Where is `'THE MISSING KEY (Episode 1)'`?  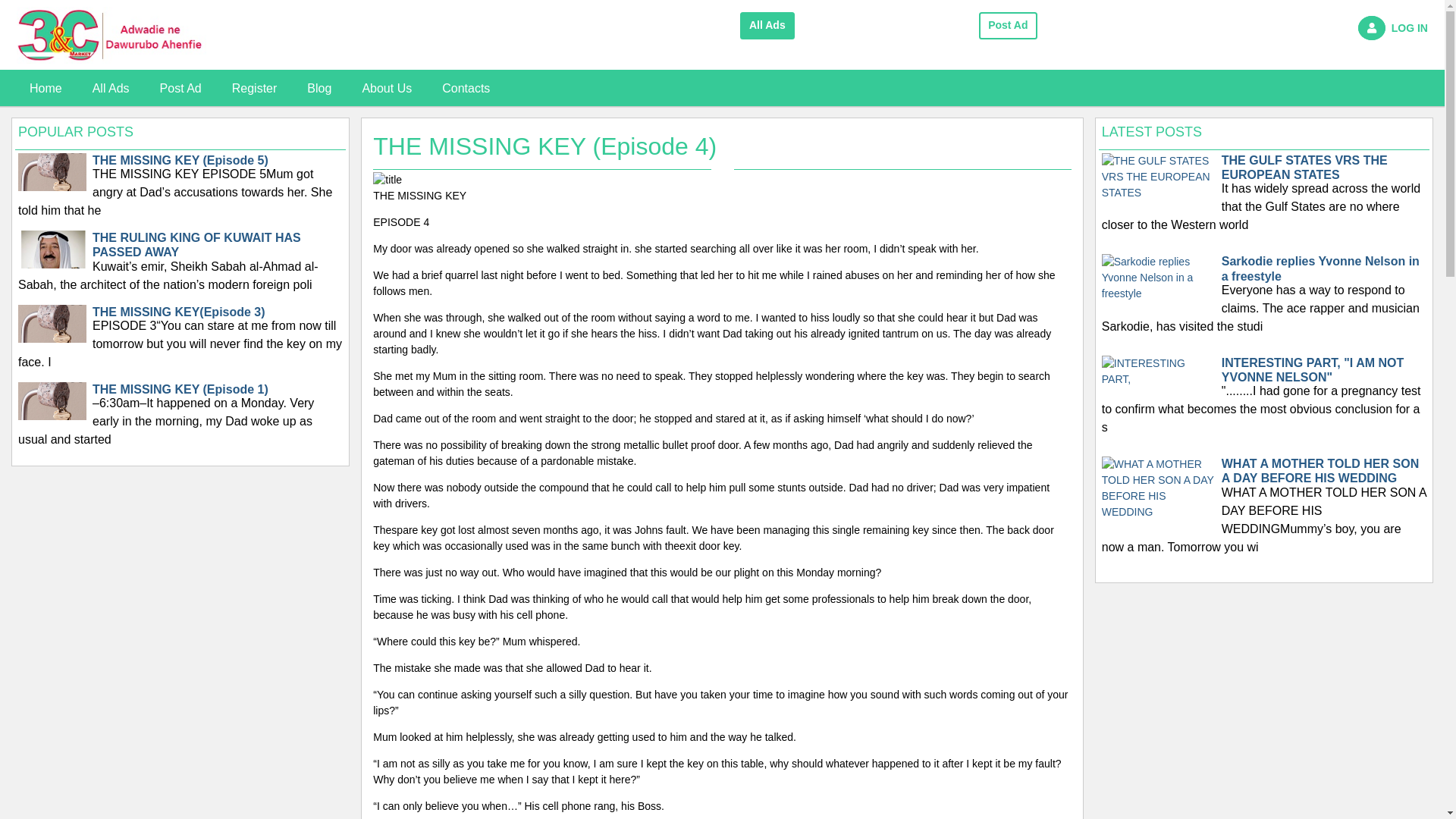
'THE MISSING KEY (Episode 1)' is located at coordinates (52, 415).